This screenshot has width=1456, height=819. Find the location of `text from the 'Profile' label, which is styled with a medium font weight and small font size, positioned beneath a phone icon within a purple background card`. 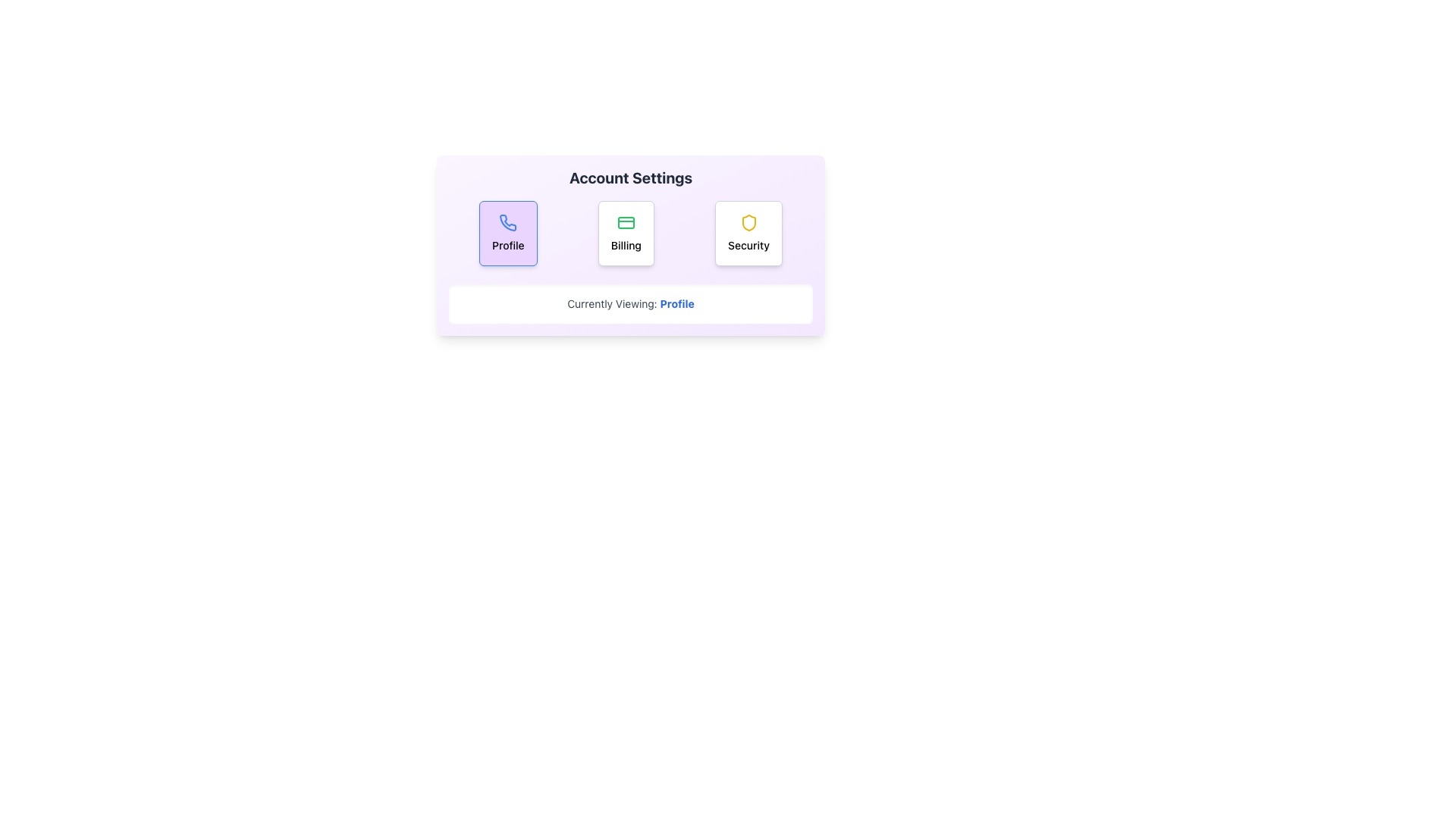

text from the 'Profile' label, which is styled with a medium font weight and small font size, positioned beneath a phone icon within a purple background card is located at coordinates (508, 245).